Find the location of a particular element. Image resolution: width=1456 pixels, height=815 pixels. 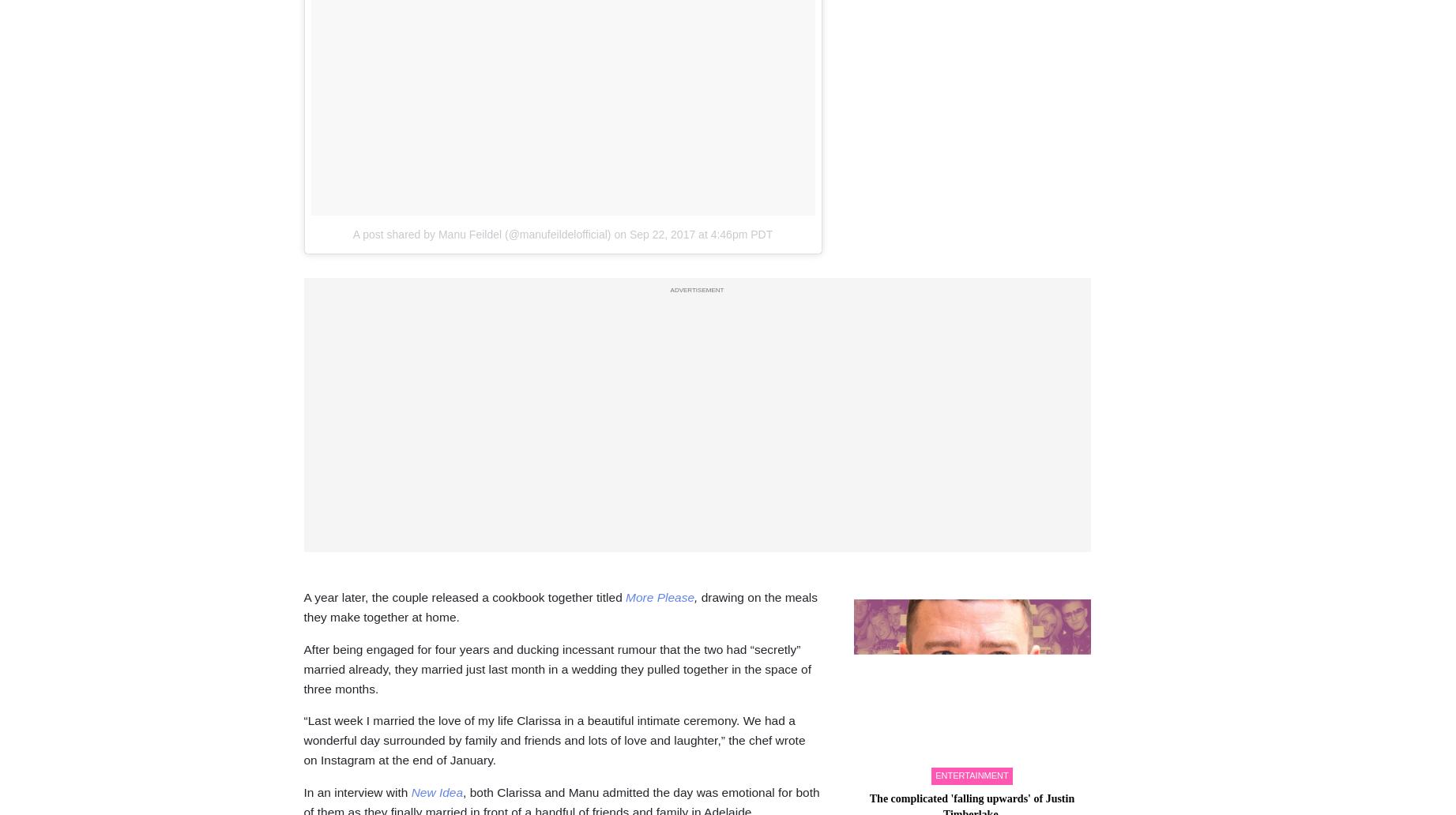

'After being engaged for four years and ducking incessant rumour that the two had “secretly” married already, they married just last month in a wedding they pulled together in the space of three months.' is located at coordinates (555, 668).